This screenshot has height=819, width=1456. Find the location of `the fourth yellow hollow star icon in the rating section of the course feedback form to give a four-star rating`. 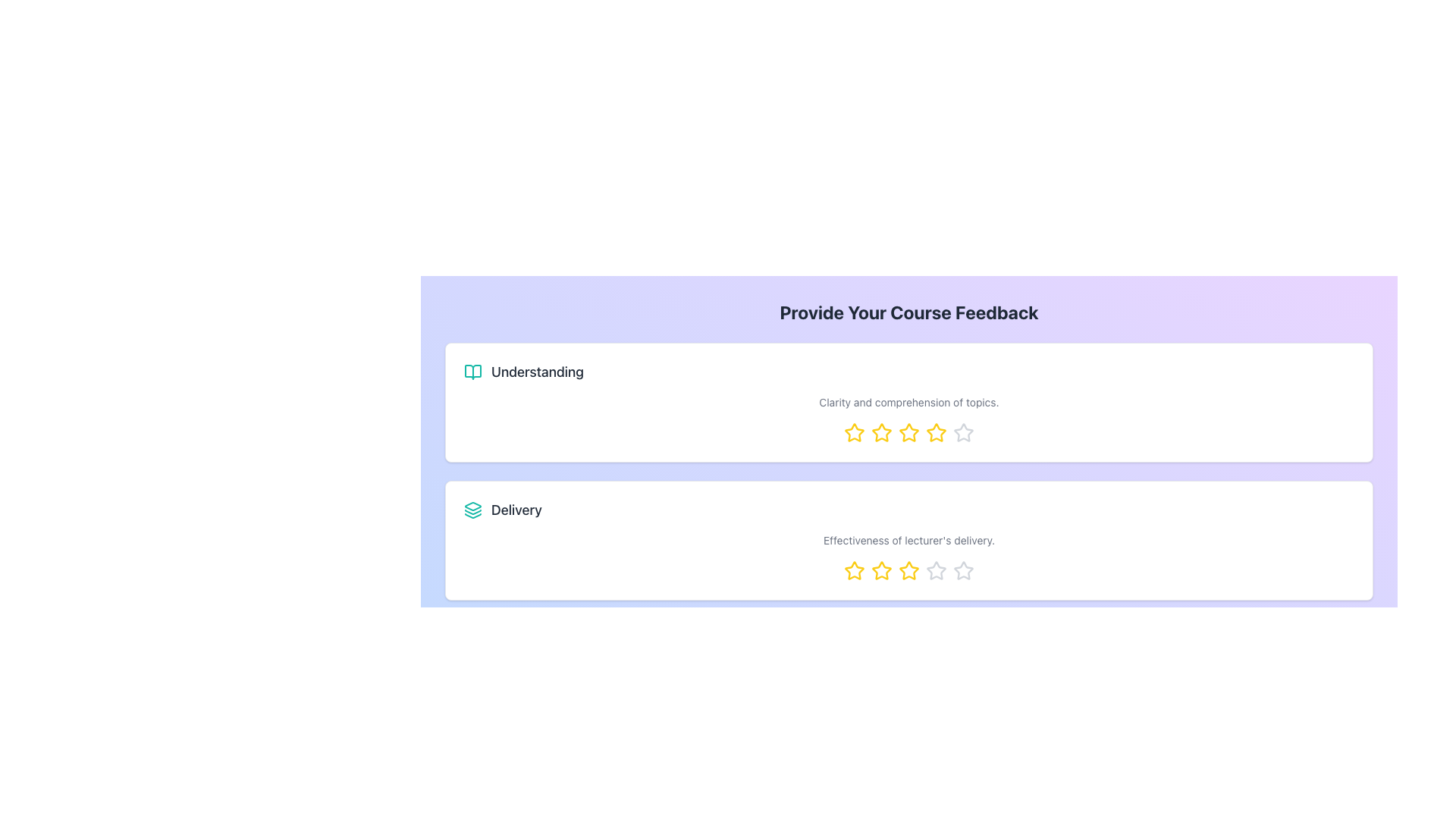

the fourth yellow hollow star icon in the rating section of the course feedback form to give a four-star rating is located at coordinates (934, 432).